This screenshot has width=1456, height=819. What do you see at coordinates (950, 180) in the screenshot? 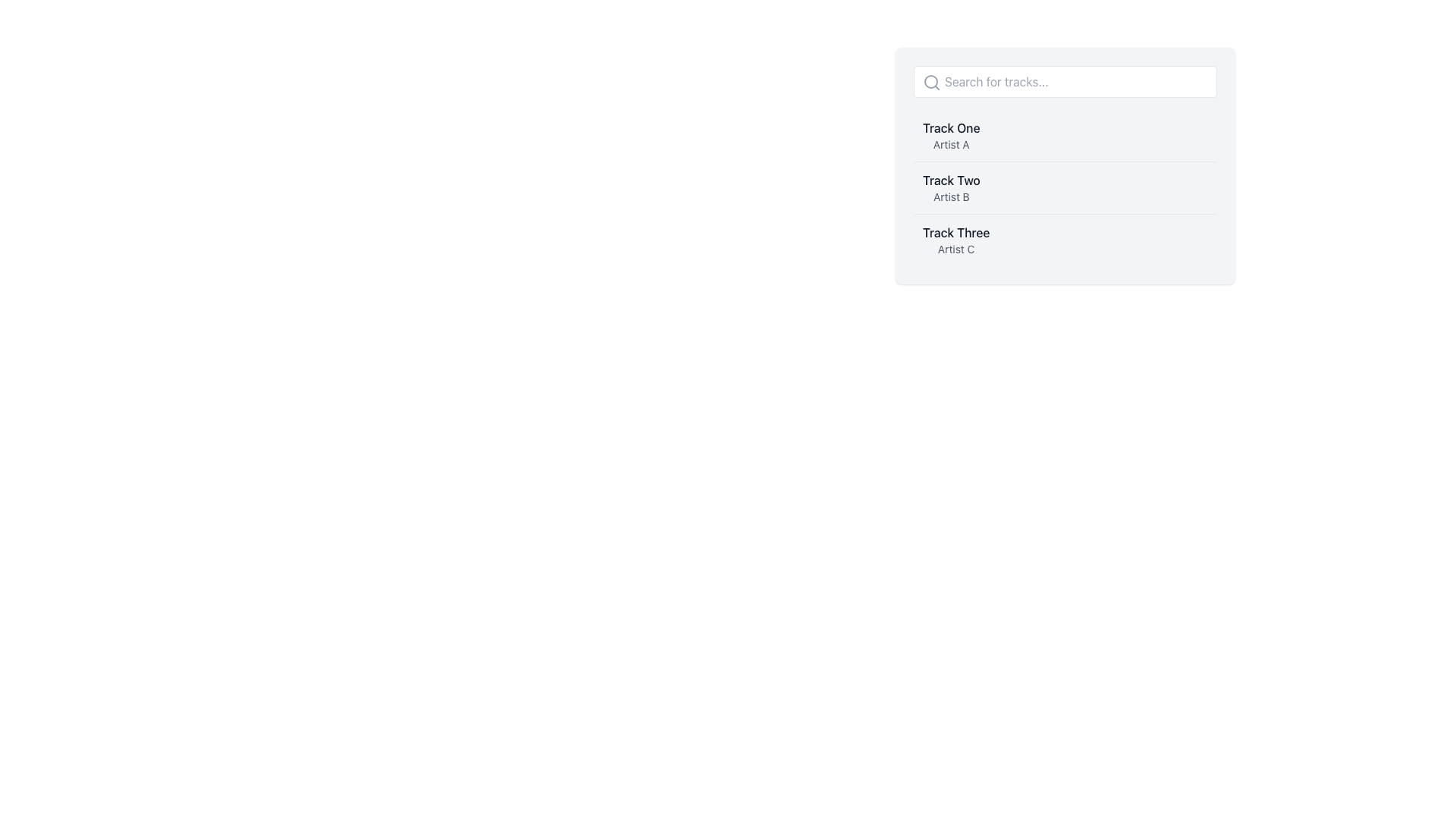
I see `the static text label 'Track Two', which is styled with a medium font weight and dark gray color, positioned in the middle of a vertical list` at bounding box center [950, 180].